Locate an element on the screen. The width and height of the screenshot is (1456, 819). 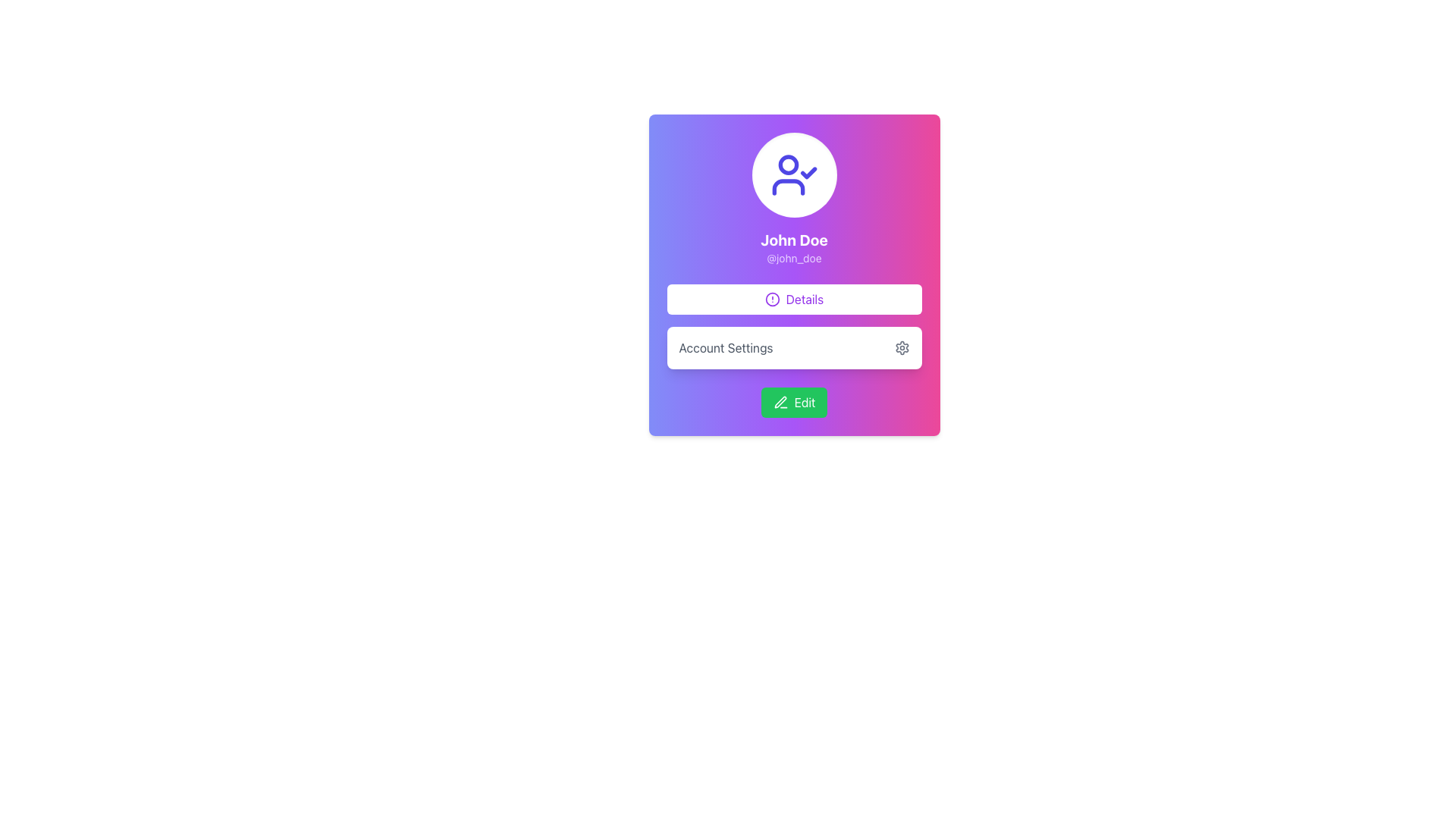
the 'Edit' button located at the bottom-center of the card layout is located at coordinates (793, 402).